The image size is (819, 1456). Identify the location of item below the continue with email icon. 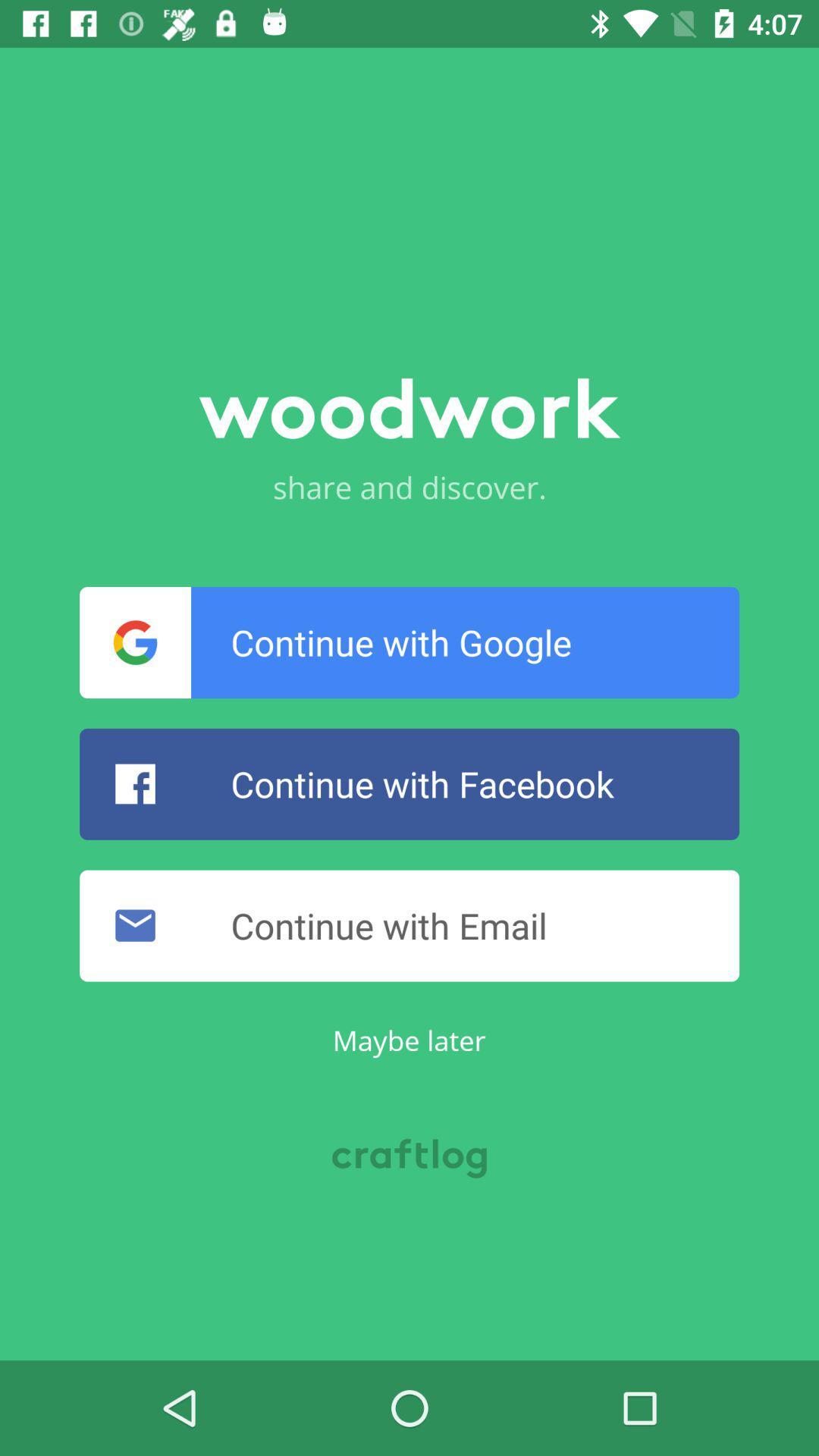
(408, 1039).